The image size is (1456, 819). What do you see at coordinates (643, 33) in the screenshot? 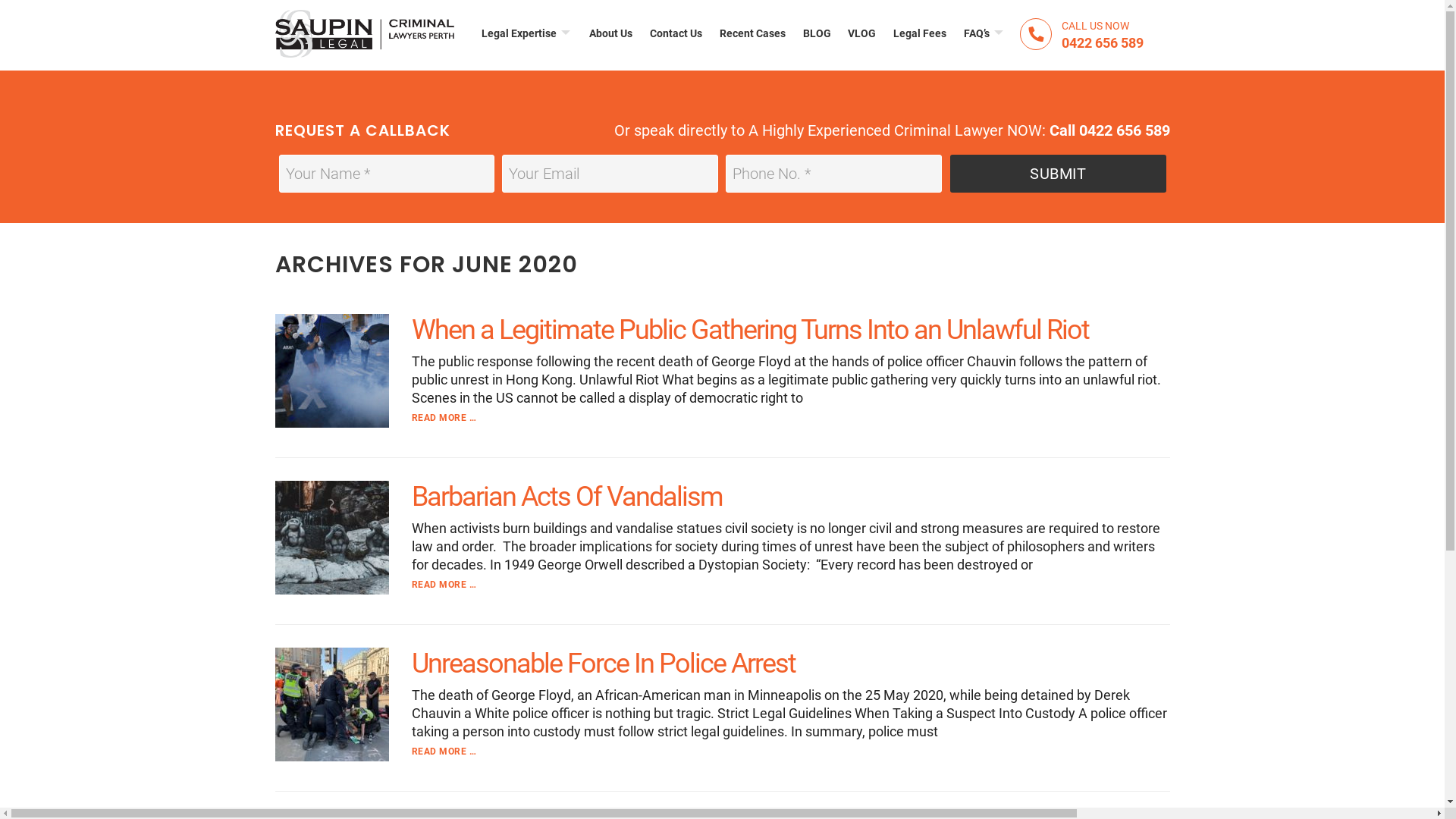
I see `'Contact Us'` at bounding box center [643, 33].